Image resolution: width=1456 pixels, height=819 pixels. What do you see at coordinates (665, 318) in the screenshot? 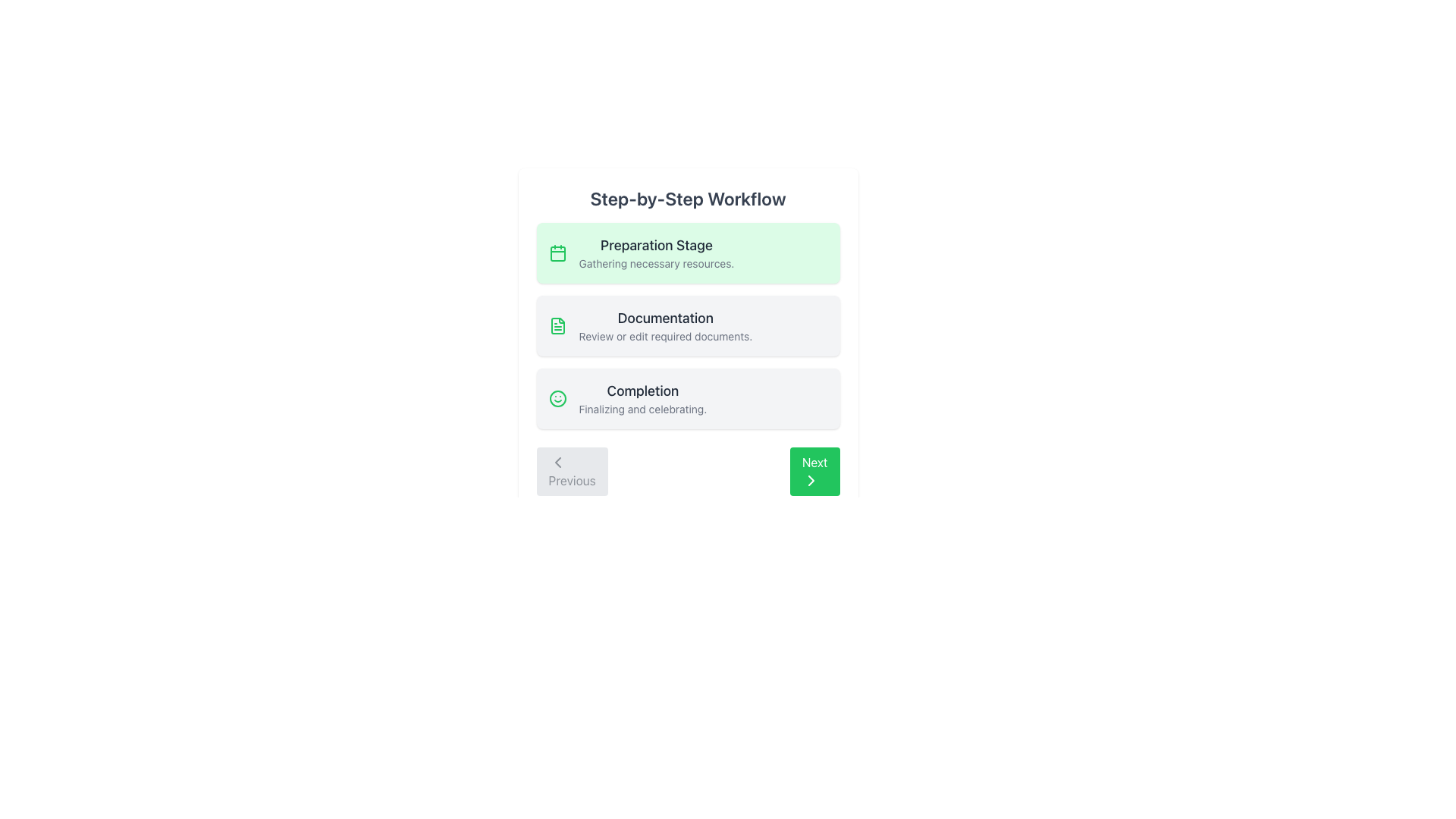
I see `the 'Documentation' text label to focus the section above the subtitle 'Review or edit required documents.'` at bounding box center [665, 318].